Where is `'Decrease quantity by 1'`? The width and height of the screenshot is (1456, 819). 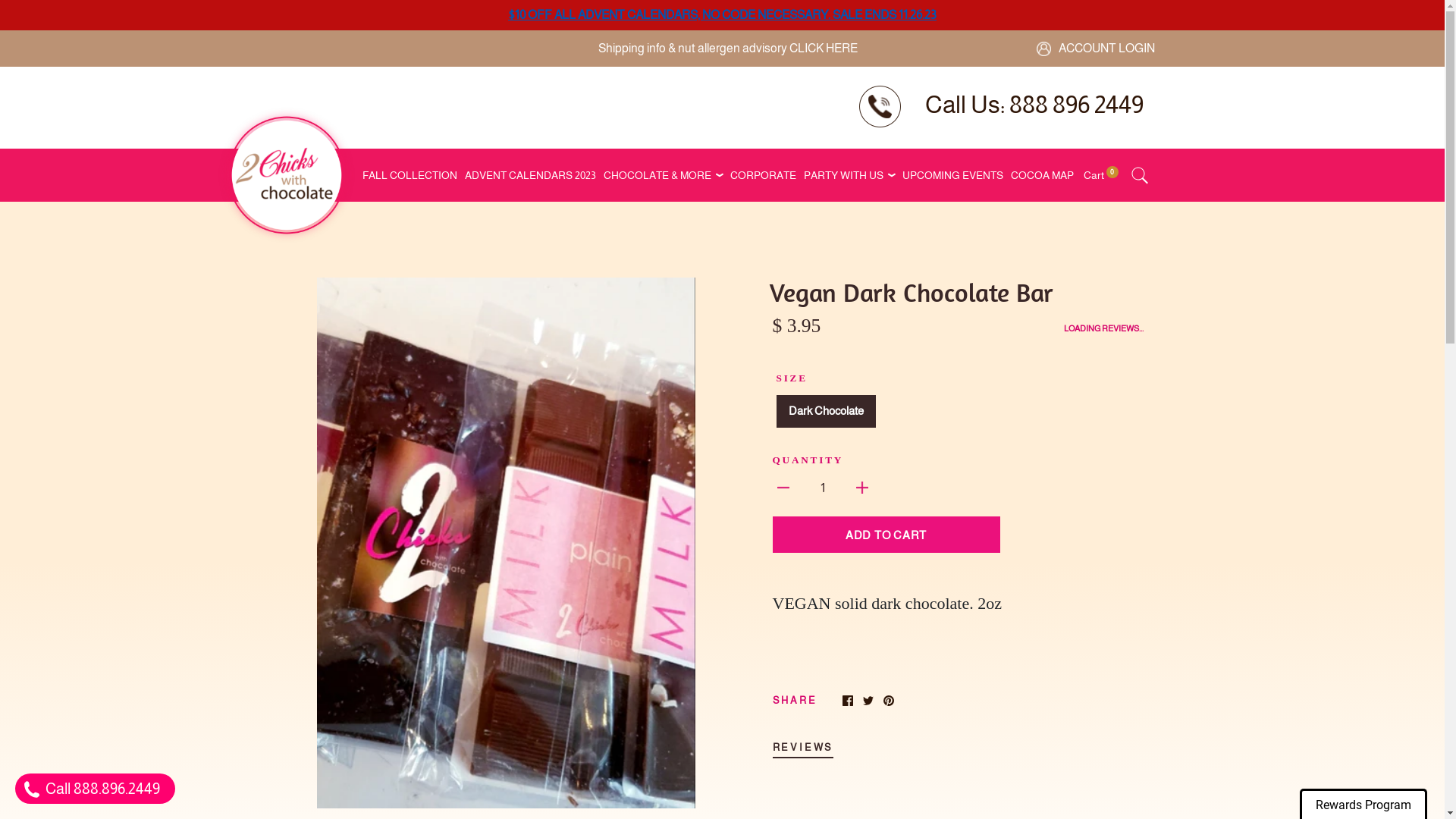 'Decrease quantity by 1' is located at coordinates (783, 486).